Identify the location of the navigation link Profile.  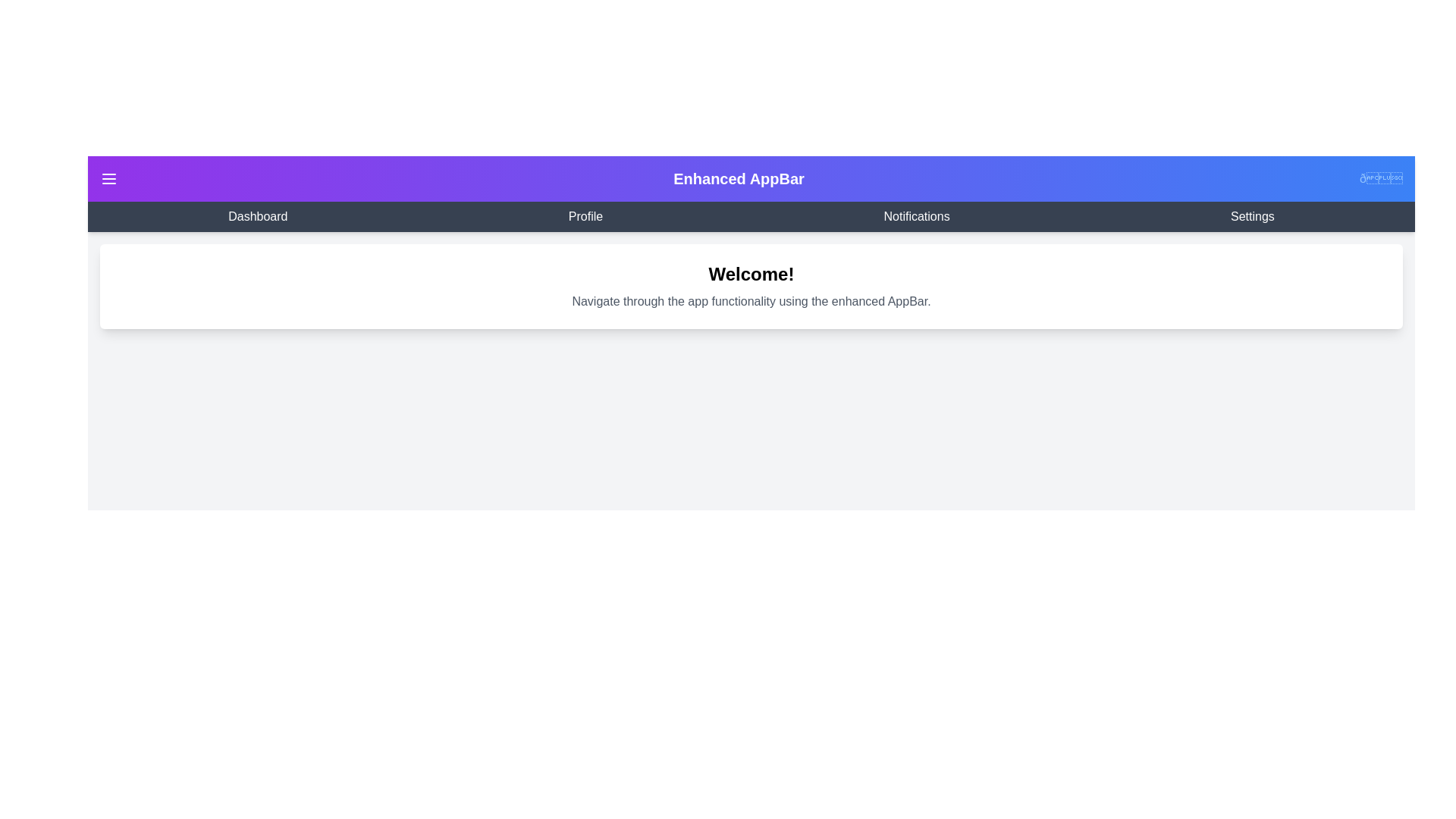
(585, 216).